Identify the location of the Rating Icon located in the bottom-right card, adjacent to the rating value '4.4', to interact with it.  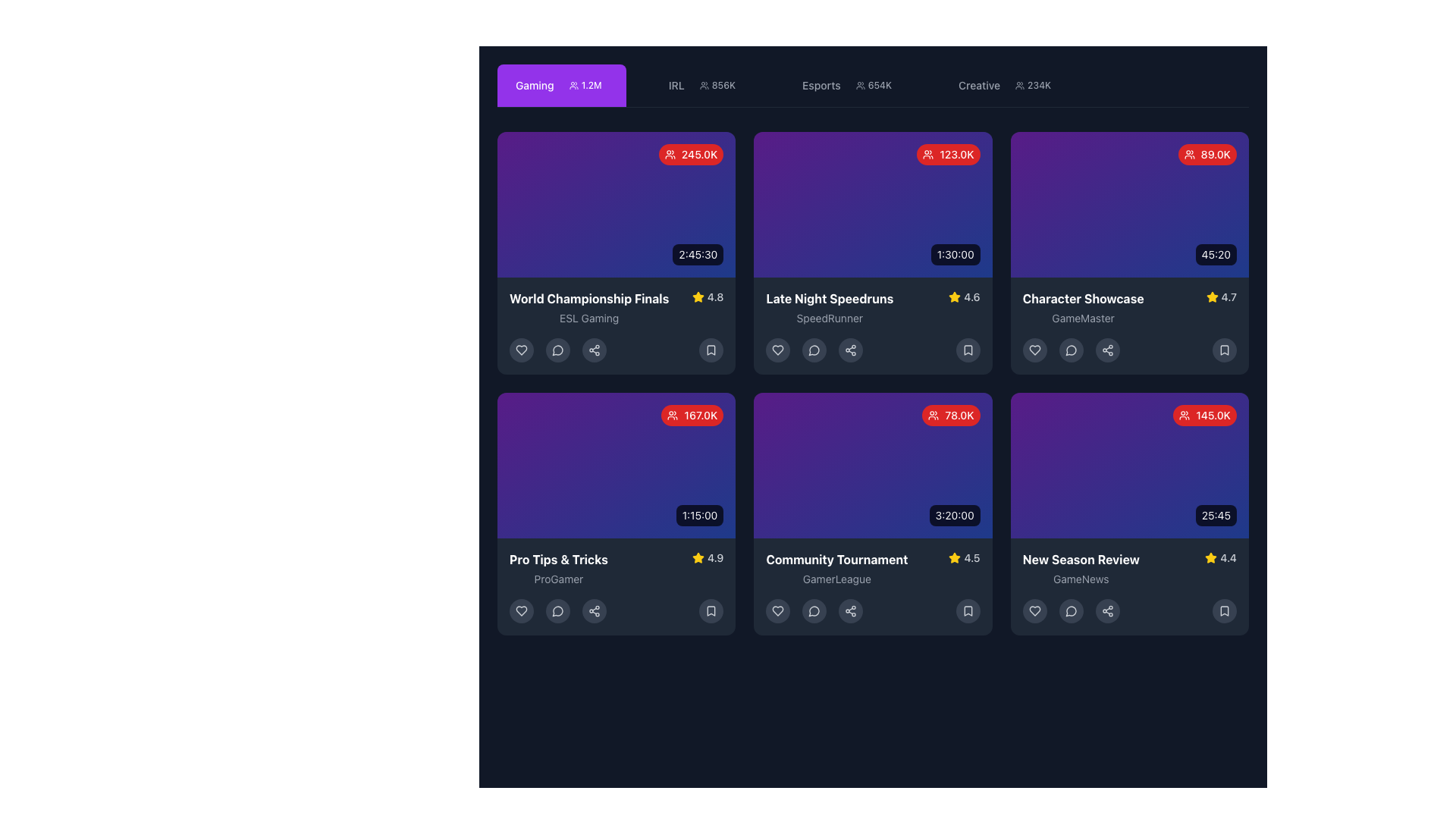
(1210, 557).